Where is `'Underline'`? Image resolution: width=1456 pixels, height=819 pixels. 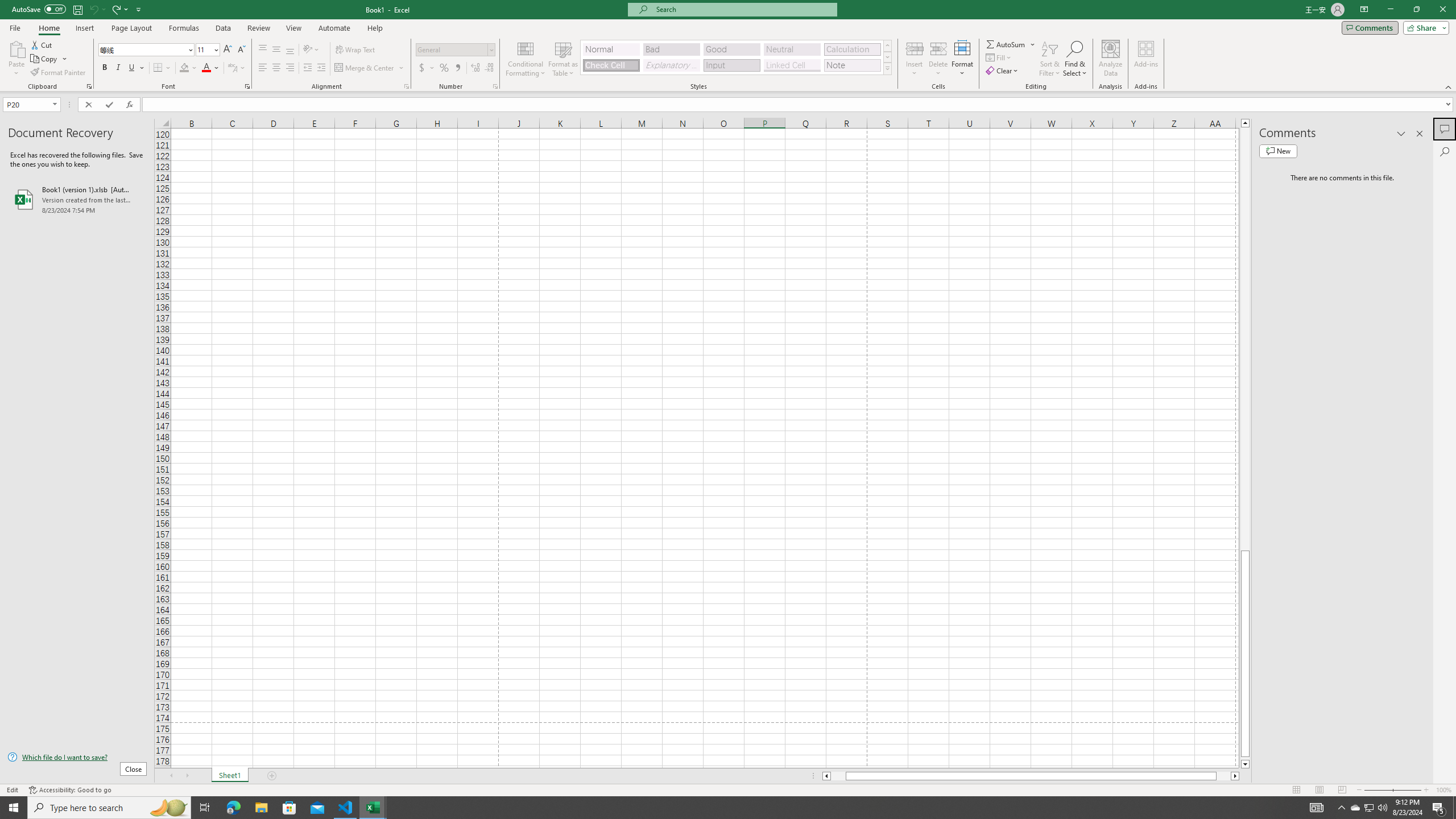 'Underline' is located at coordinates (136, 67).